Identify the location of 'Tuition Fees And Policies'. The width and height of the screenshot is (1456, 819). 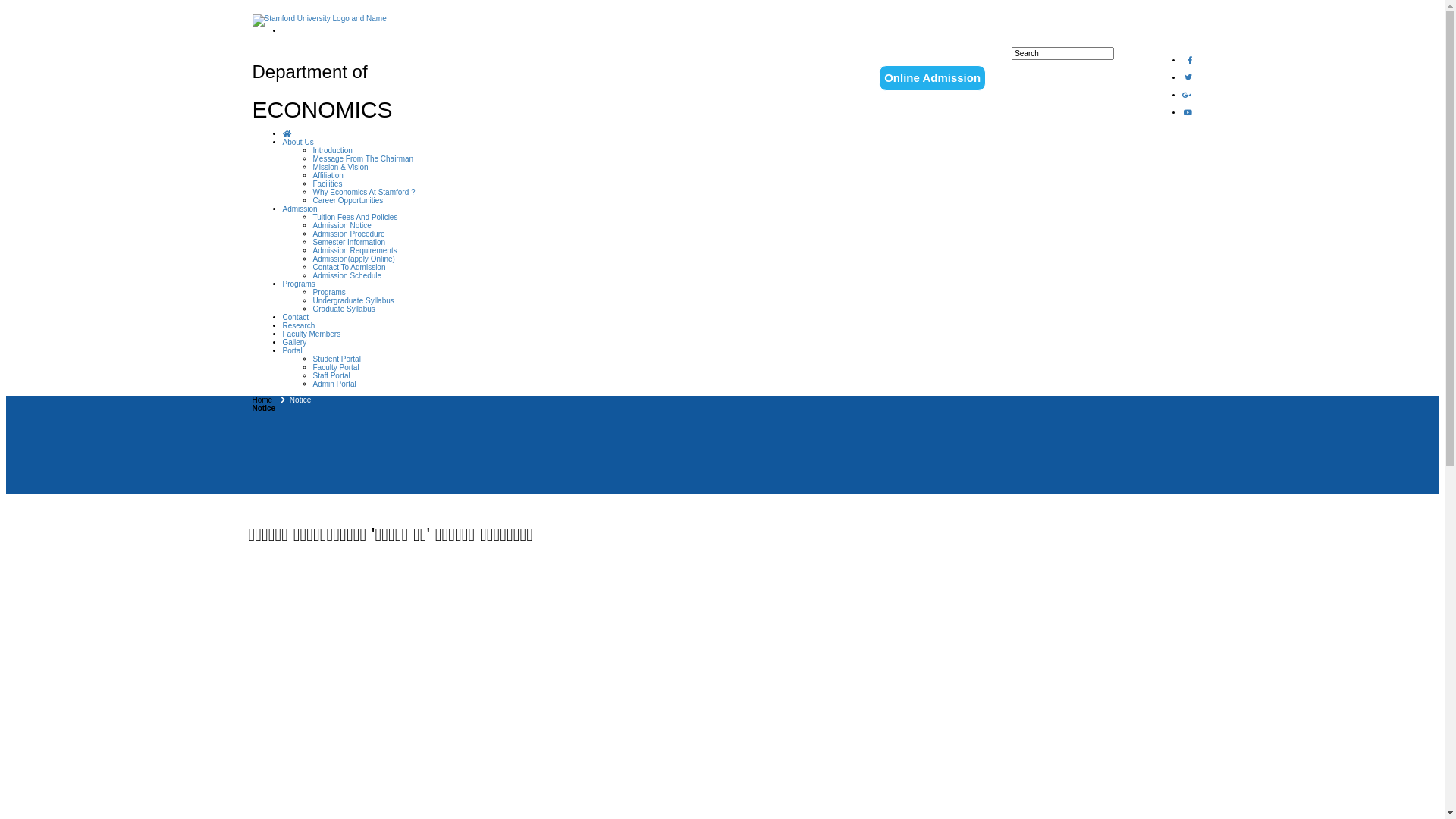
(353, 217).